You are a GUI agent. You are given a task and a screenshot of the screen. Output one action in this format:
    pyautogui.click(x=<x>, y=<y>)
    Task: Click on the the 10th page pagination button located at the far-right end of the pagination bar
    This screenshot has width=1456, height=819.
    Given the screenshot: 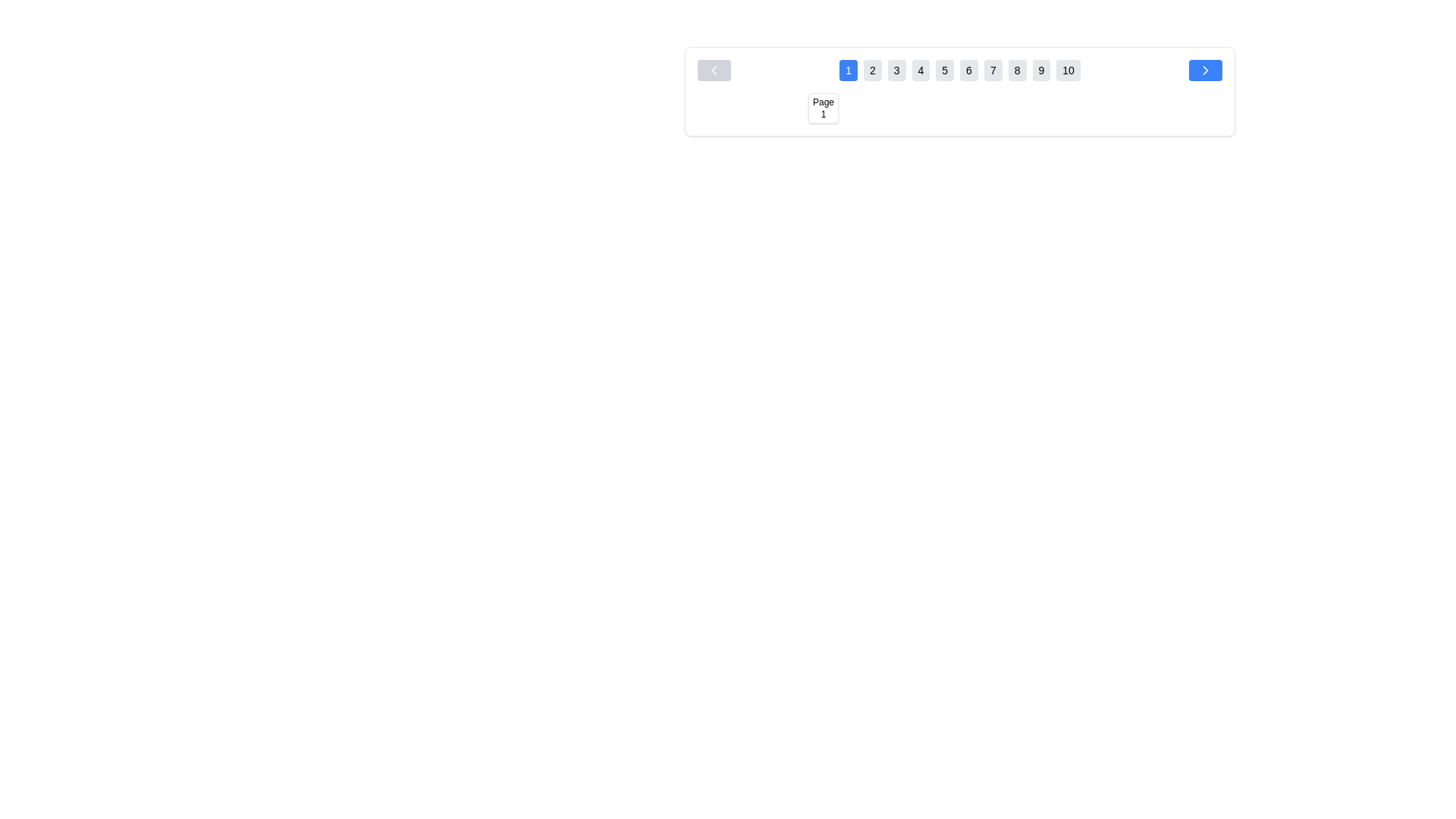 What is the action you would take?
    pyautogui.click(x=1096, y=107)
    